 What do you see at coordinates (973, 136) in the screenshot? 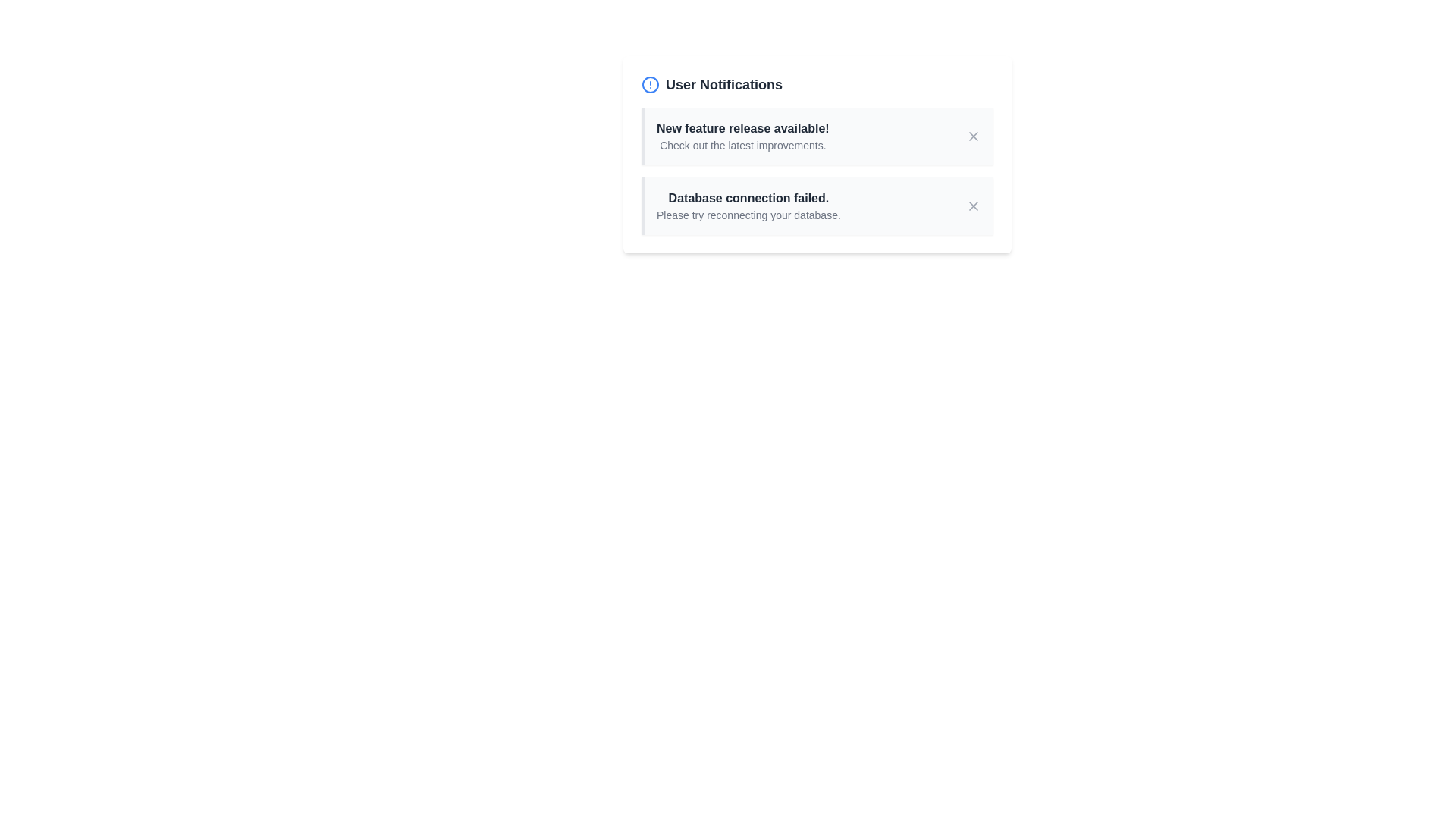
I see `the dismiss button located at the right edge of the notification card for the message 'New feature release available! Check out the latest improvements!'` at bounding box center [973, 136].